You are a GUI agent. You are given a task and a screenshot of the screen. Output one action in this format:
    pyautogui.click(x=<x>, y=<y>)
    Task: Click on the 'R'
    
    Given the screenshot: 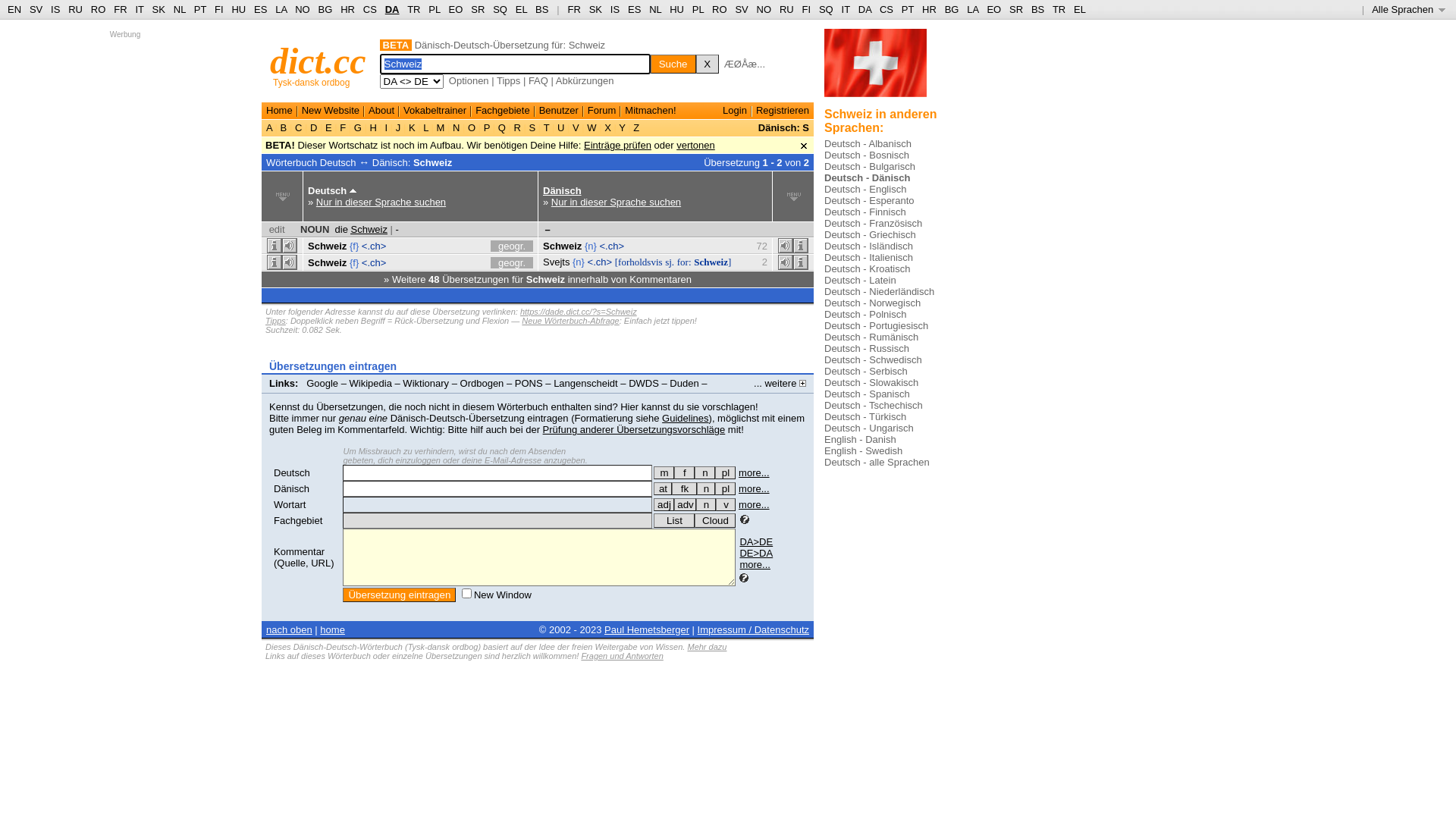 What is the action you would take?
    pyautogui.click(x=517, y=127)
    